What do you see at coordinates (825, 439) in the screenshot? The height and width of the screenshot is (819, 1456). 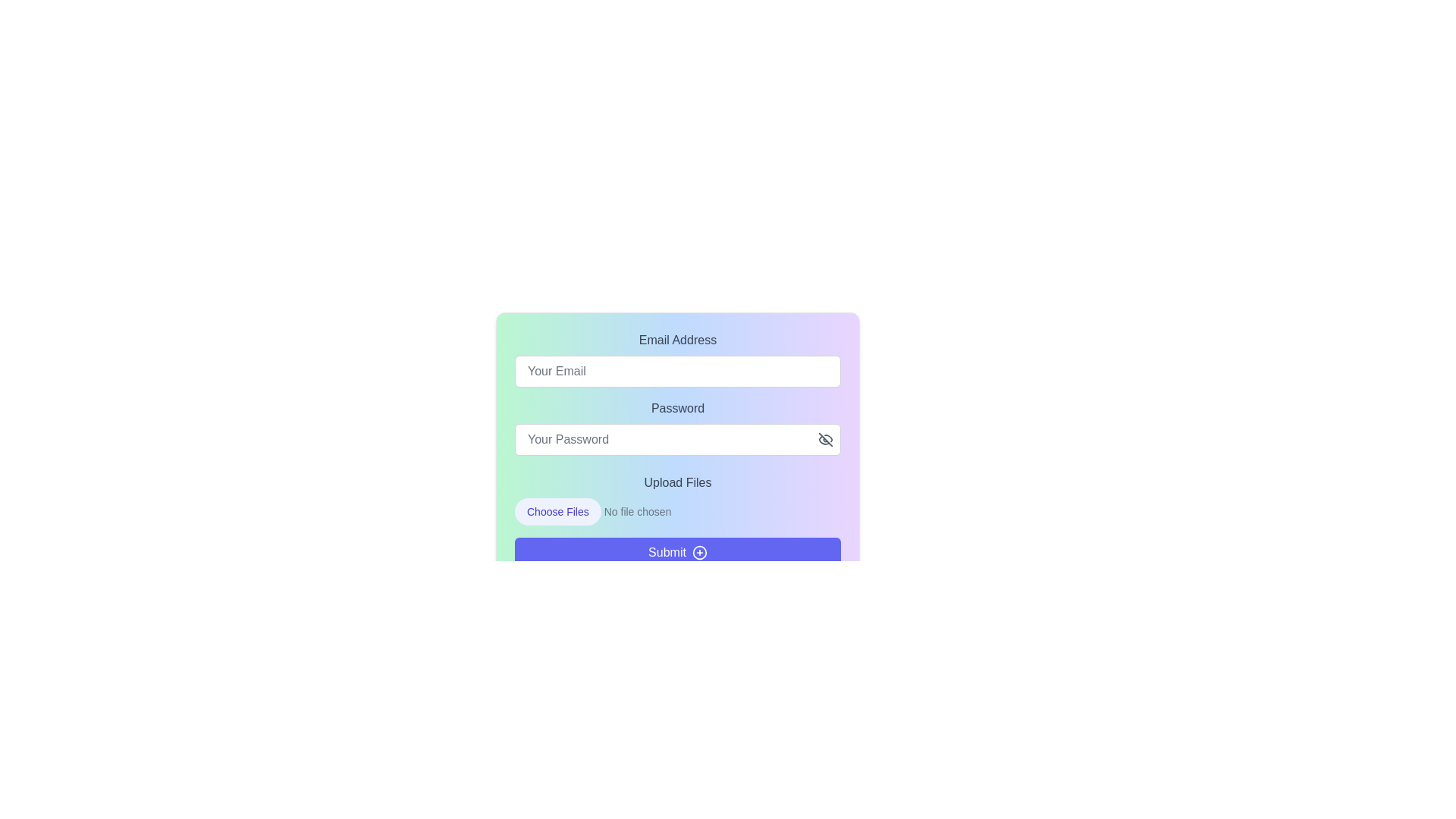 I see `the diagonal line graphic element that is part of the eye-off icon, located to the right of the password input field` at bounding box center [825, 439].